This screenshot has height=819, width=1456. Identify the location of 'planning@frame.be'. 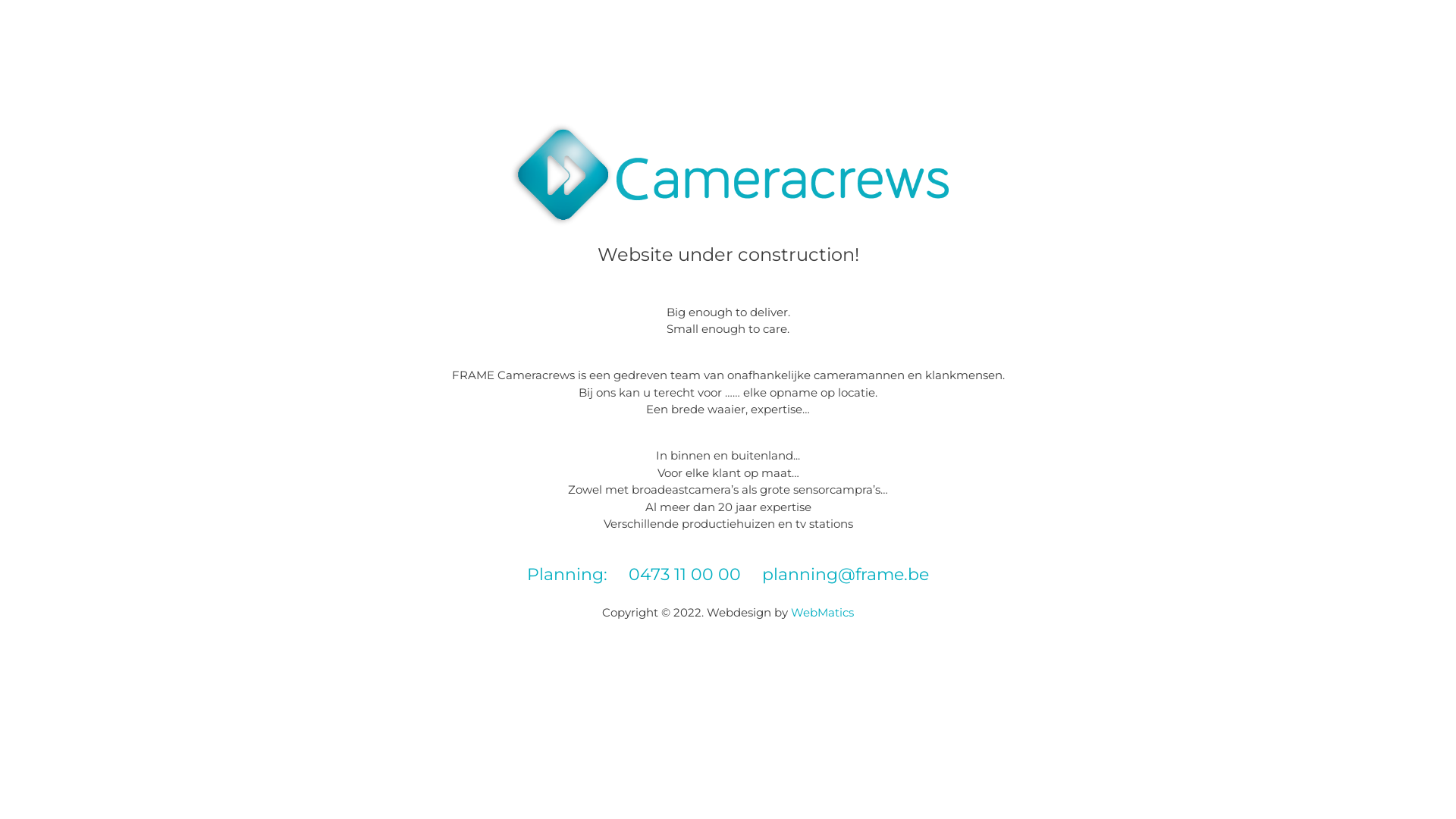
(844, 574).